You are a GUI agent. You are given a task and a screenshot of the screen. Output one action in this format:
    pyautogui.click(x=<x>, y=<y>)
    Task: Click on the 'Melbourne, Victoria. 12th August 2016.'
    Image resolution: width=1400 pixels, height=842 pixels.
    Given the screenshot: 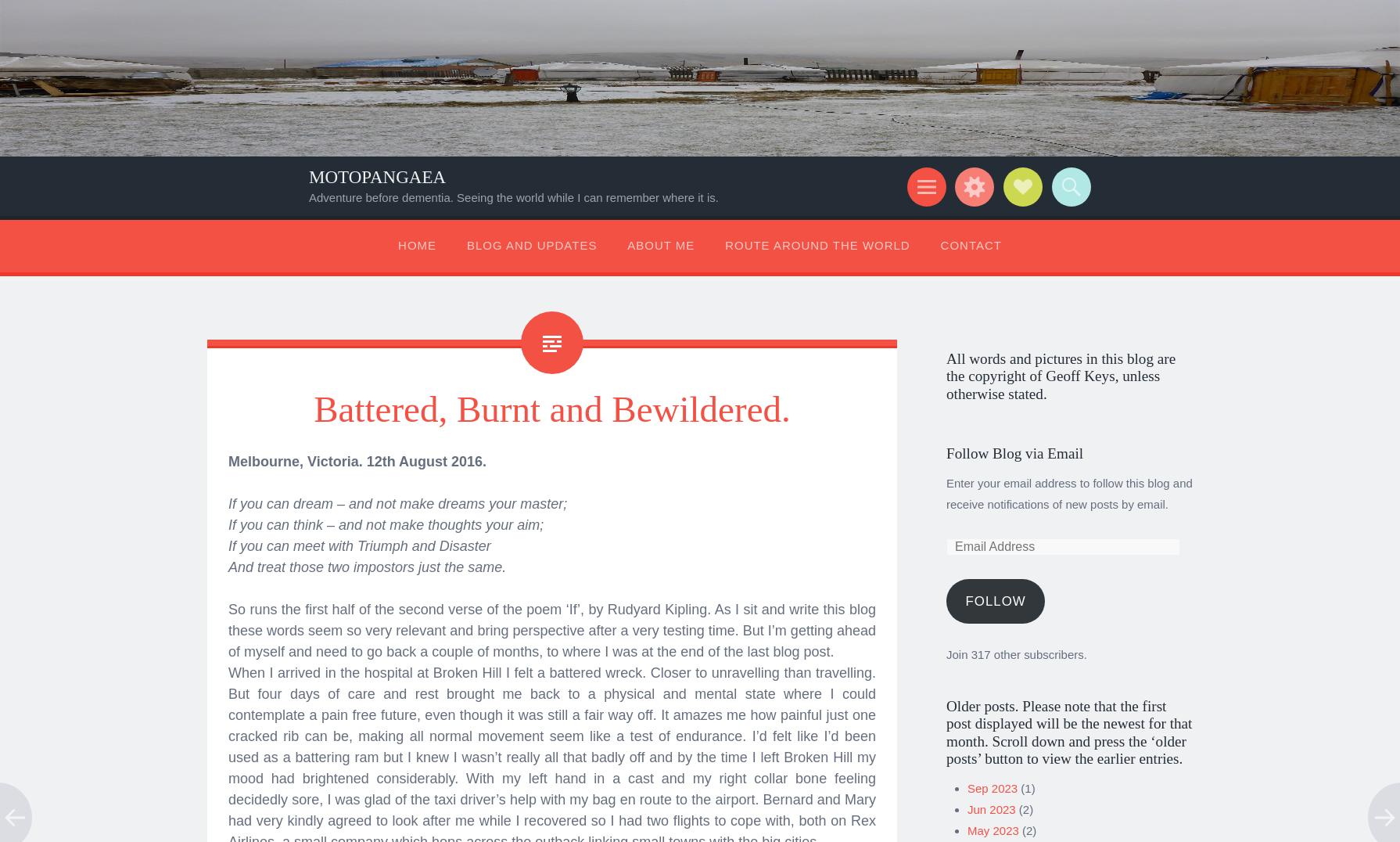 What is the action you would take?
    pyautogui.click(x=356, y=455)
    